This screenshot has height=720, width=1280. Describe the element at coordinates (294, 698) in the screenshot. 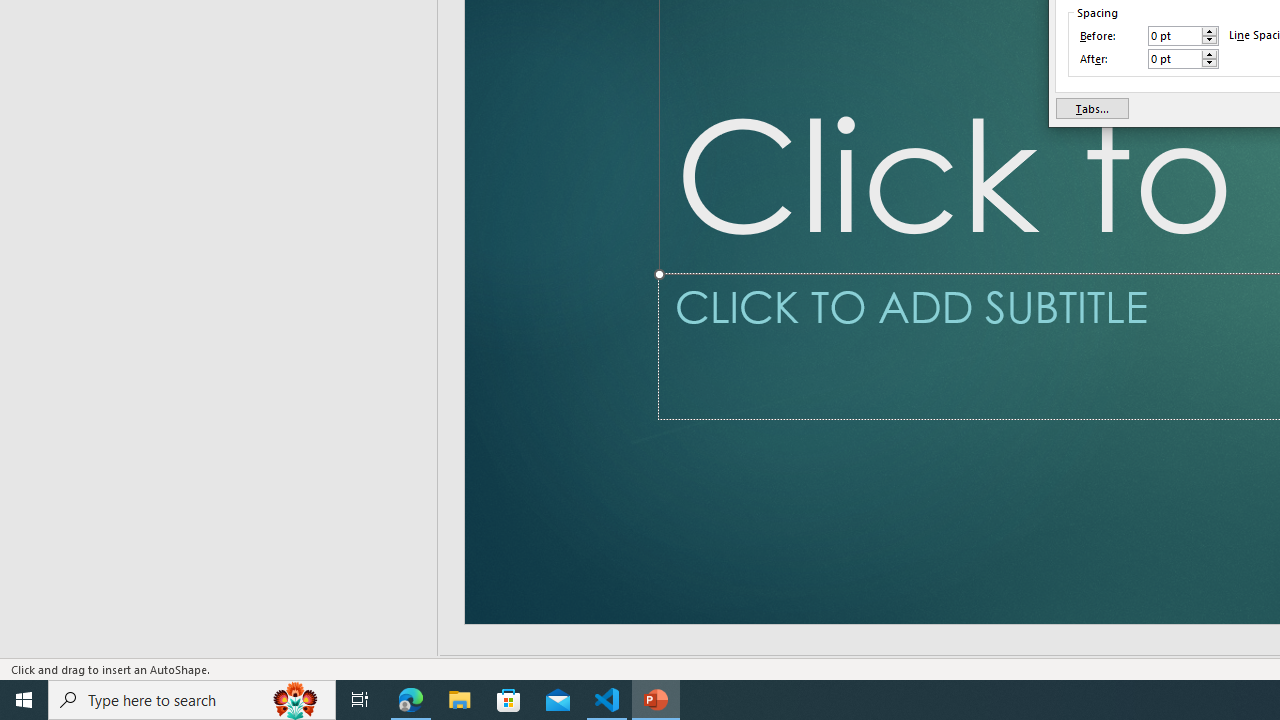

I see `'Search highlights icon opens search home window'` at that location.